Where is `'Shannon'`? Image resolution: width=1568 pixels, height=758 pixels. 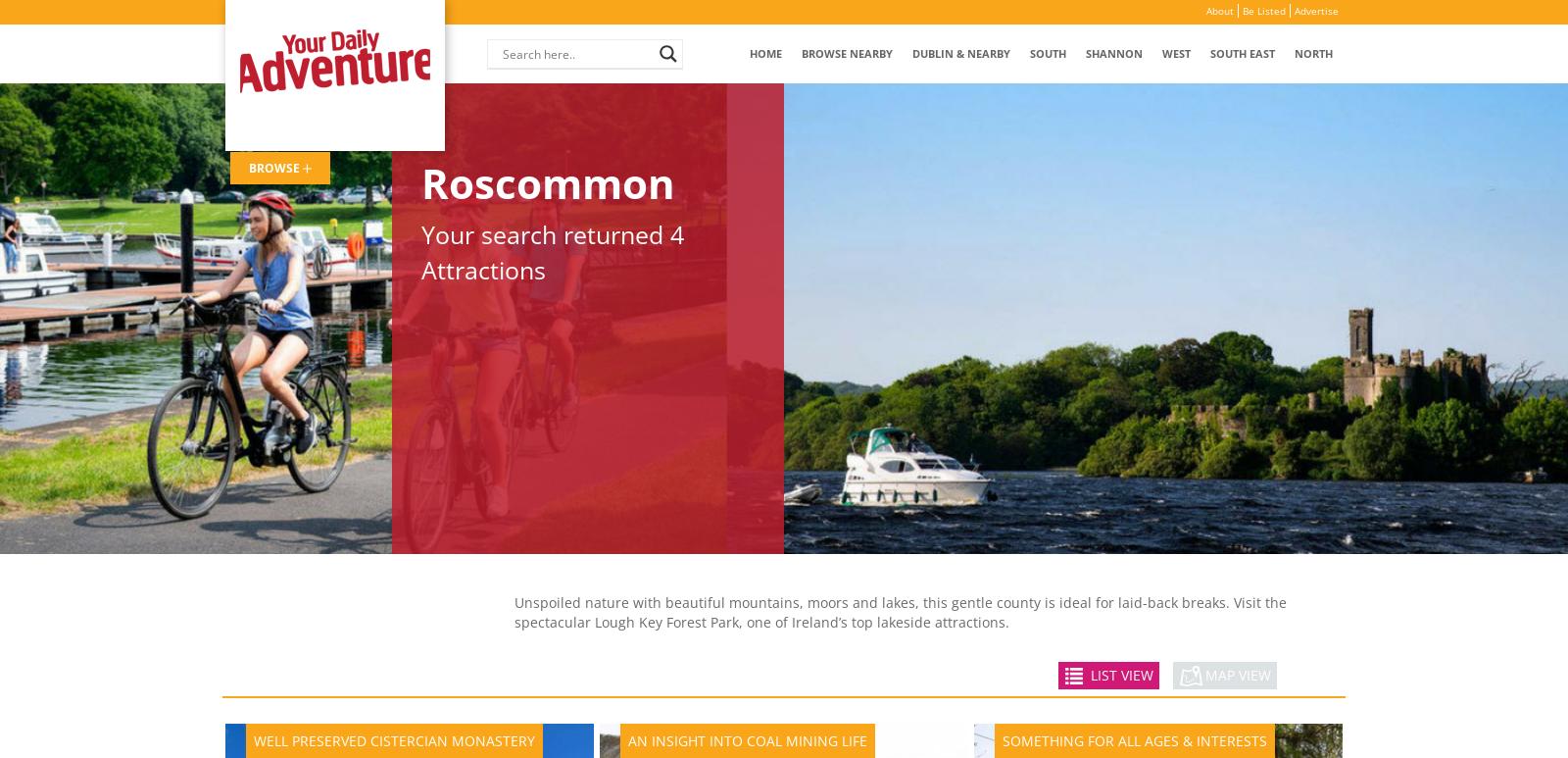 'Shannon' is located at coordinates (1113, 52).